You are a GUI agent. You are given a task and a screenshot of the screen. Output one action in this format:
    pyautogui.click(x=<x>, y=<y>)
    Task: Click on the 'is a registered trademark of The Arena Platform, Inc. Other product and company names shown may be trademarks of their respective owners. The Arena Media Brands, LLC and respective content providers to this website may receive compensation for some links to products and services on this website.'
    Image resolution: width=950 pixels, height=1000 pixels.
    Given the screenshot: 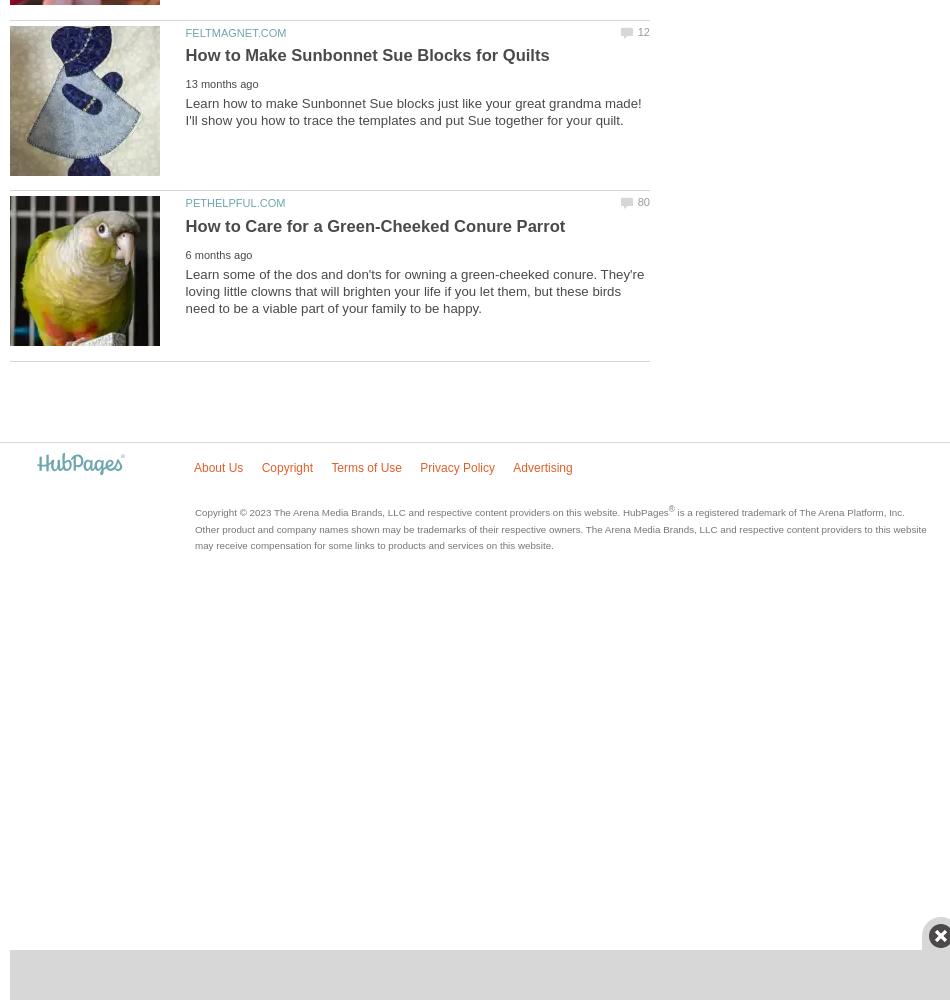 What is the action you would take?
    pyautogui.click(x=560, y=529)
    